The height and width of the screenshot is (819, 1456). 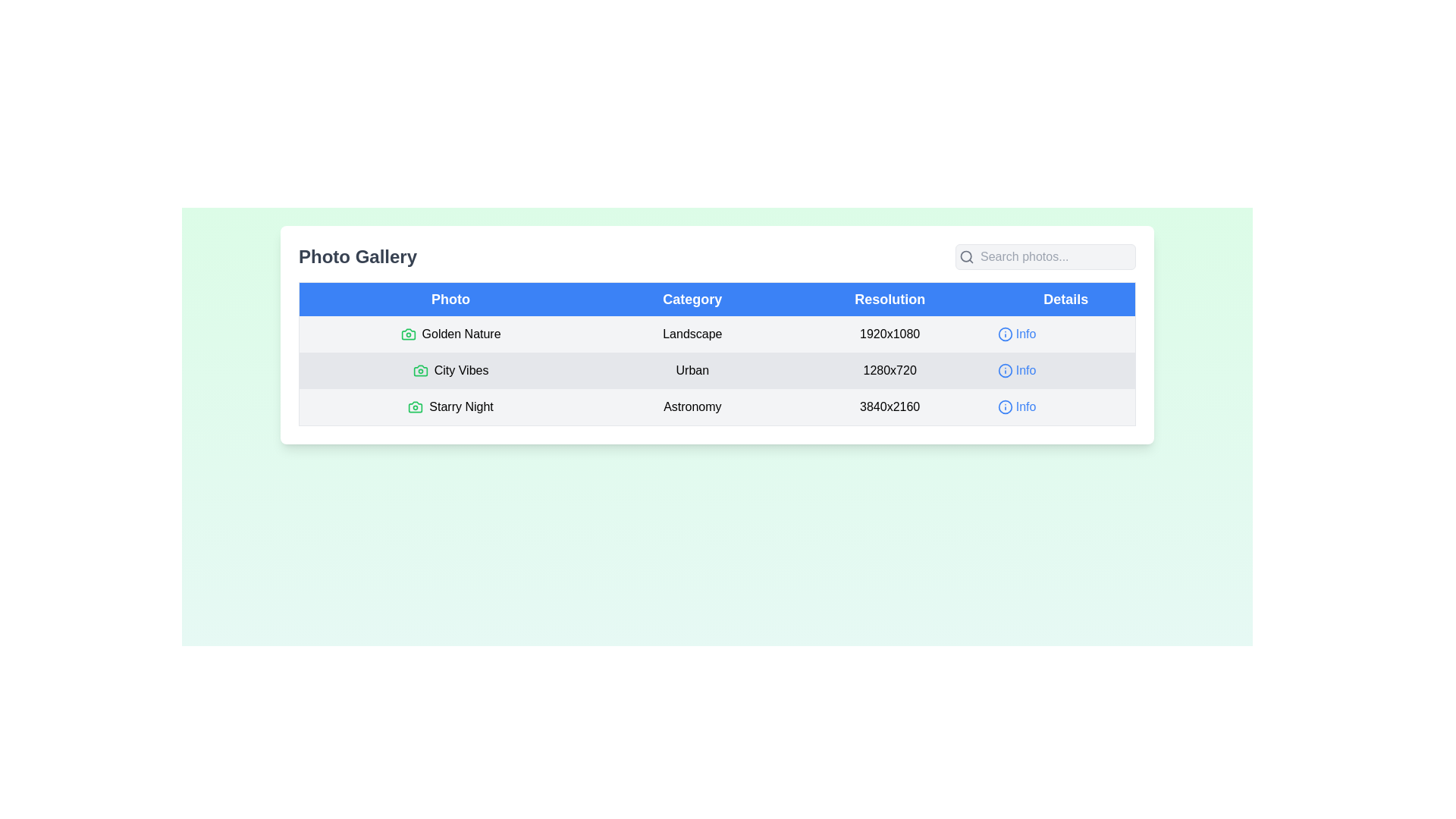 I want to click on the resolution text label displaying information for the 'City Vibes' photo in the 'Photo Gallery' table, located in the second row of the 'Resolution' column, so click(x=890, y=371).